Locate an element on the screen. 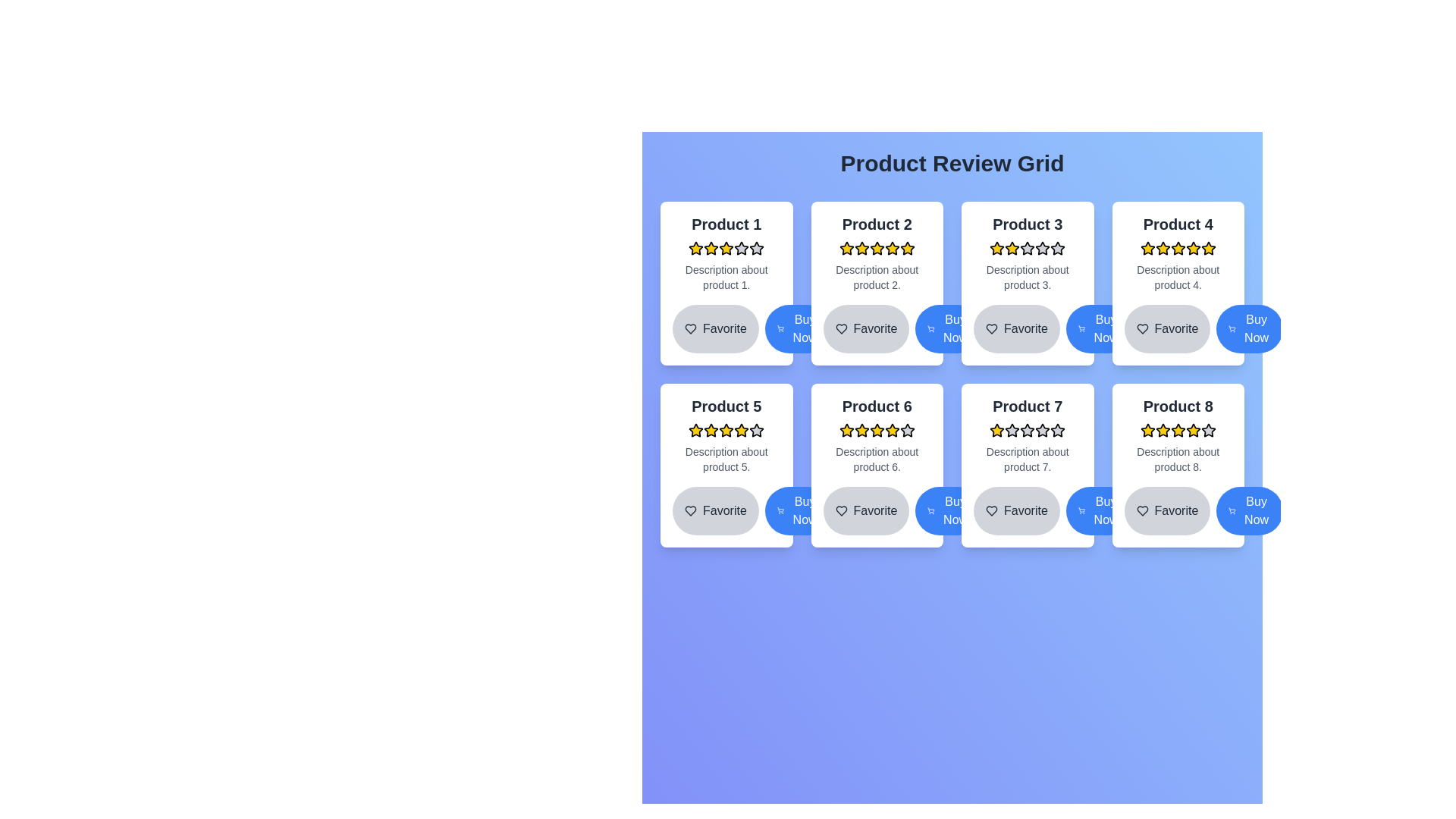 This screenshot has width=1456, height=819. the third star-shaped rating icon, which is partially filled and located within the 'Product 5' card in the lower left part of the product grid layout is located at coordinates (757, 430).